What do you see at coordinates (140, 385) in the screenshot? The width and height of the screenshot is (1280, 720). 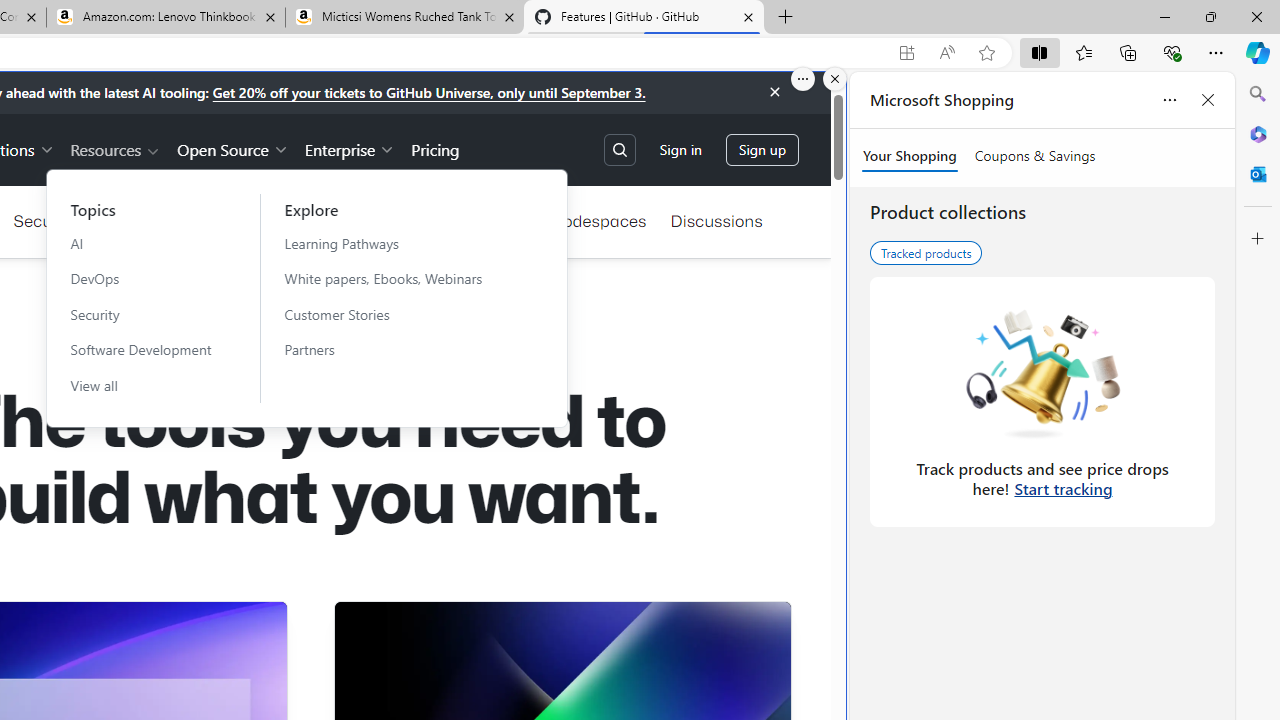 I see `'View all'` at bounding box center [140, 385].